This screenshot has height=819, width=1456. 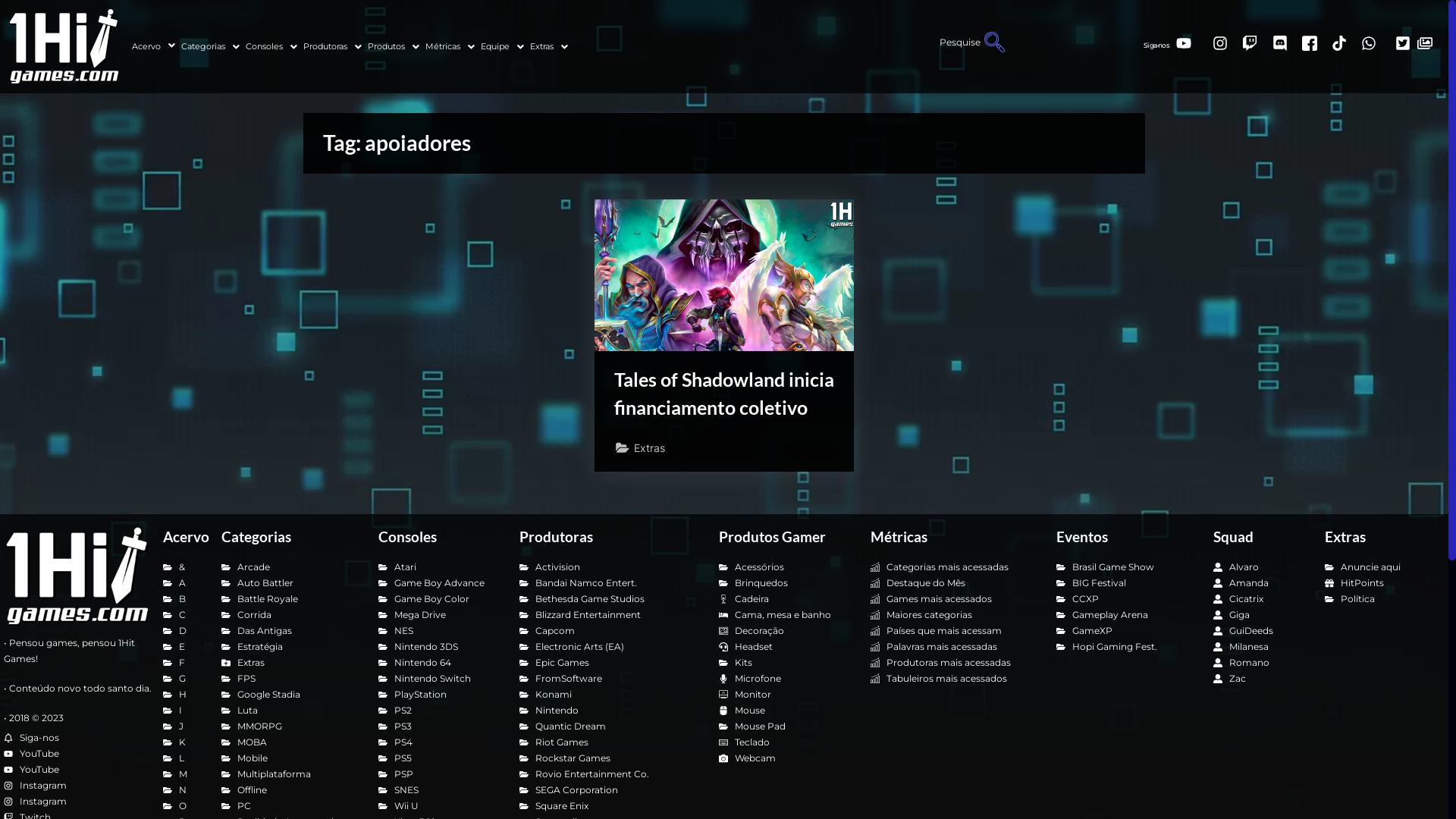 I want to click on 'FPS', so click(x=292, y=677).